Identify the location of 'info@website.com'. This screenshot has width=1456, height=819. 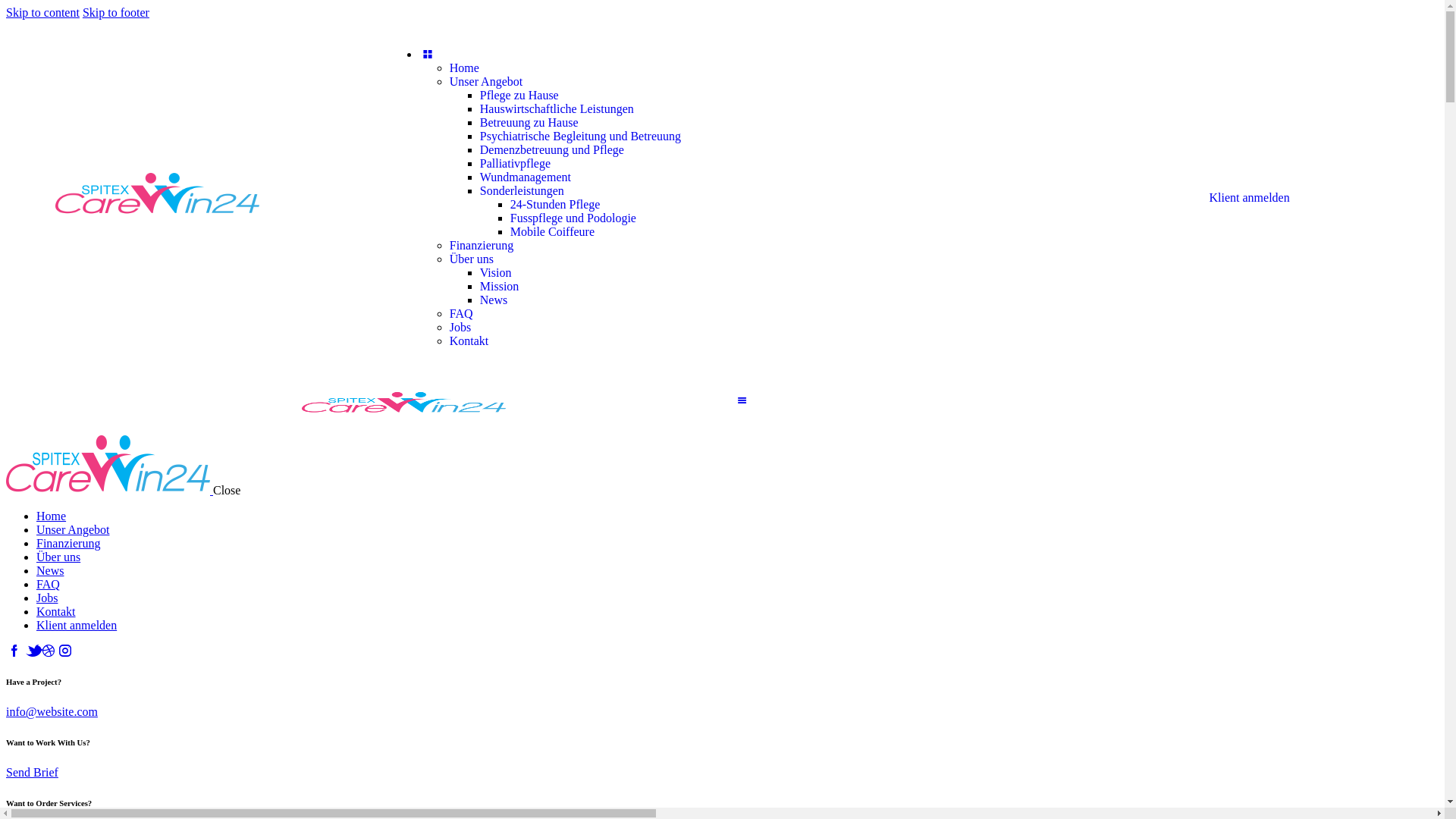
(52, 711).